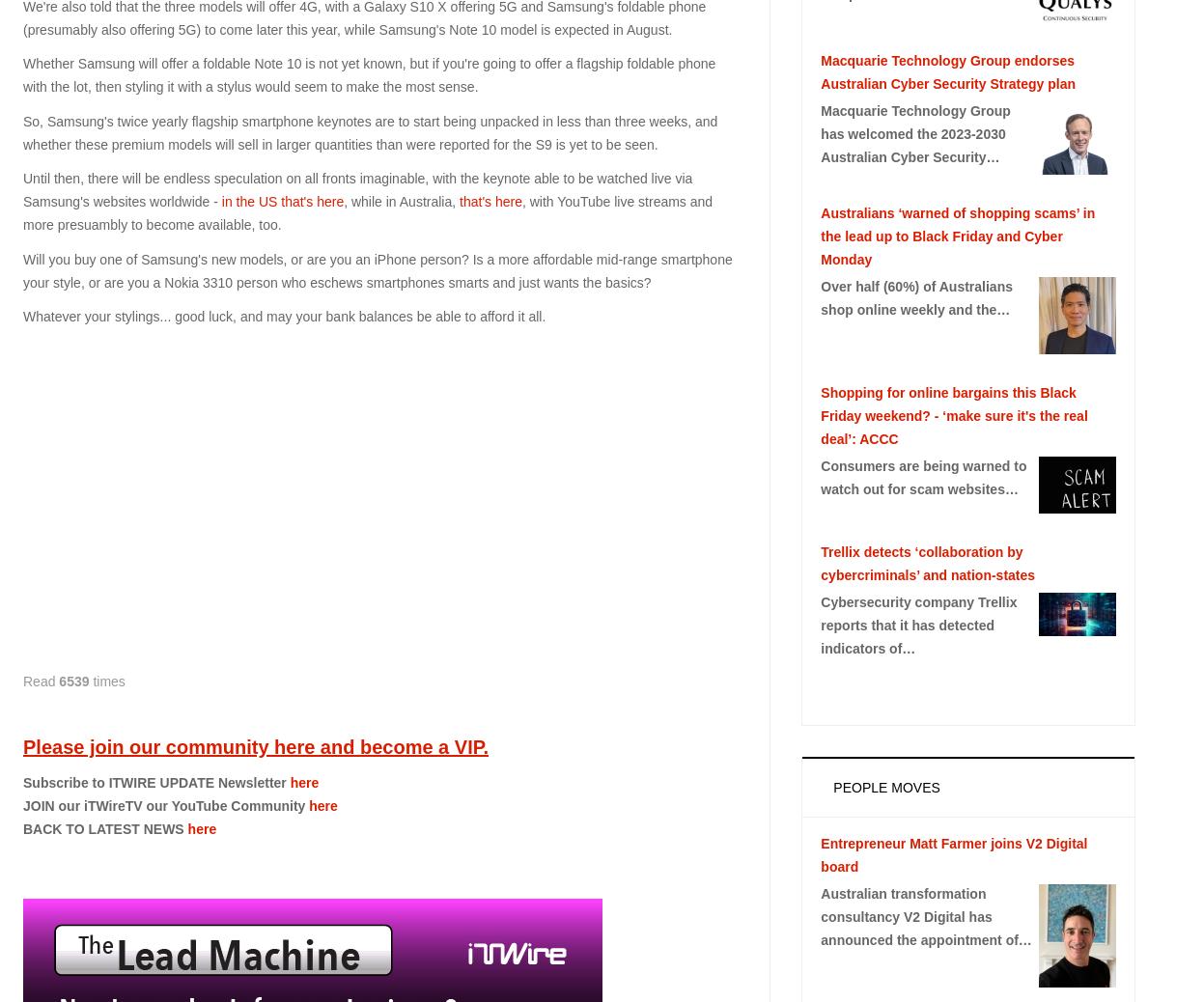  I want to click on ', while in Australia,', so click(401, 200).